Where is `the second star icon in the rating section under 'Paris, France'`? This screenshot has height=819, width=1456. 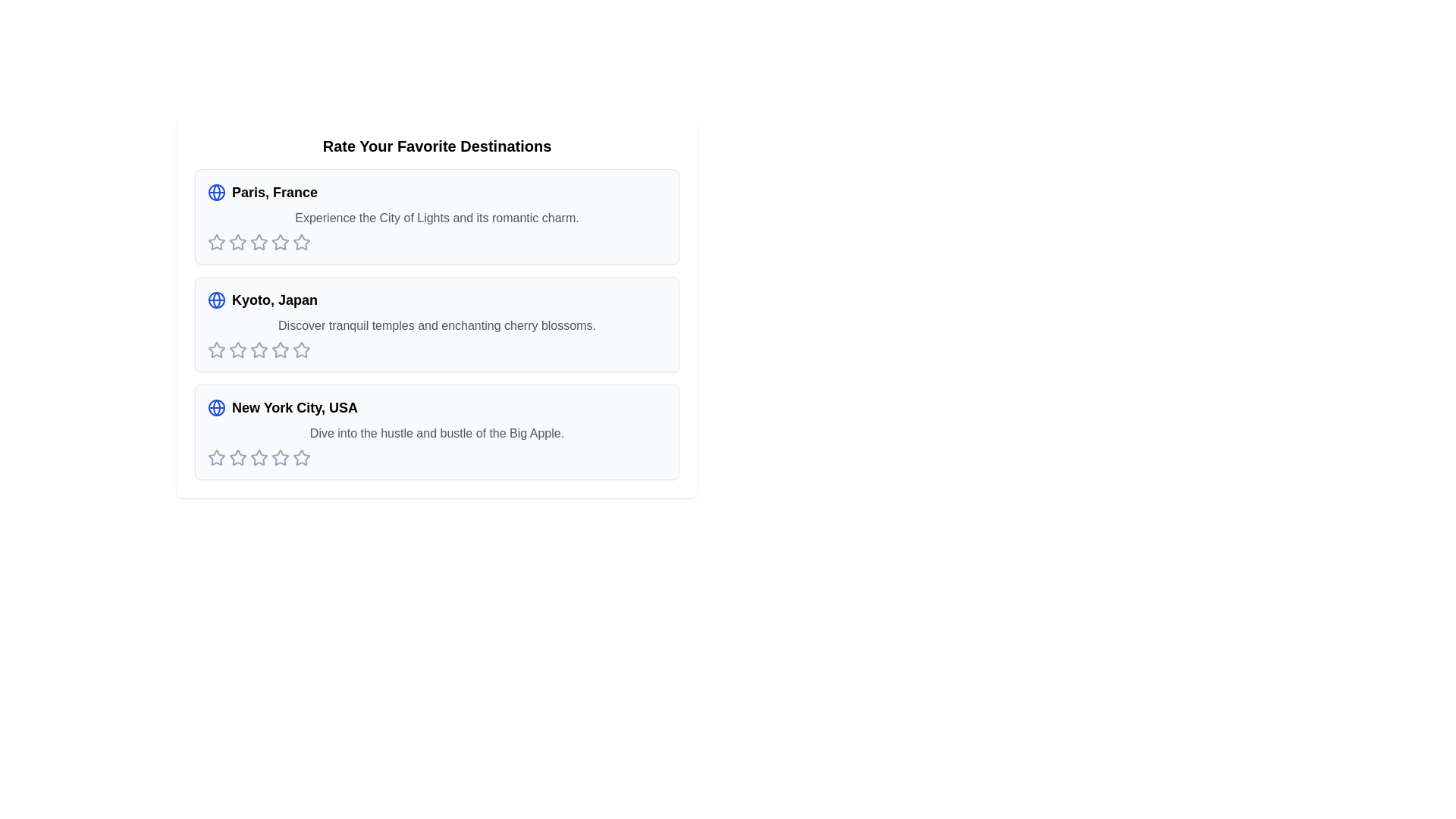 the second star icon in the rating section under 'Paris, France' is located at coordinates (237, 242).